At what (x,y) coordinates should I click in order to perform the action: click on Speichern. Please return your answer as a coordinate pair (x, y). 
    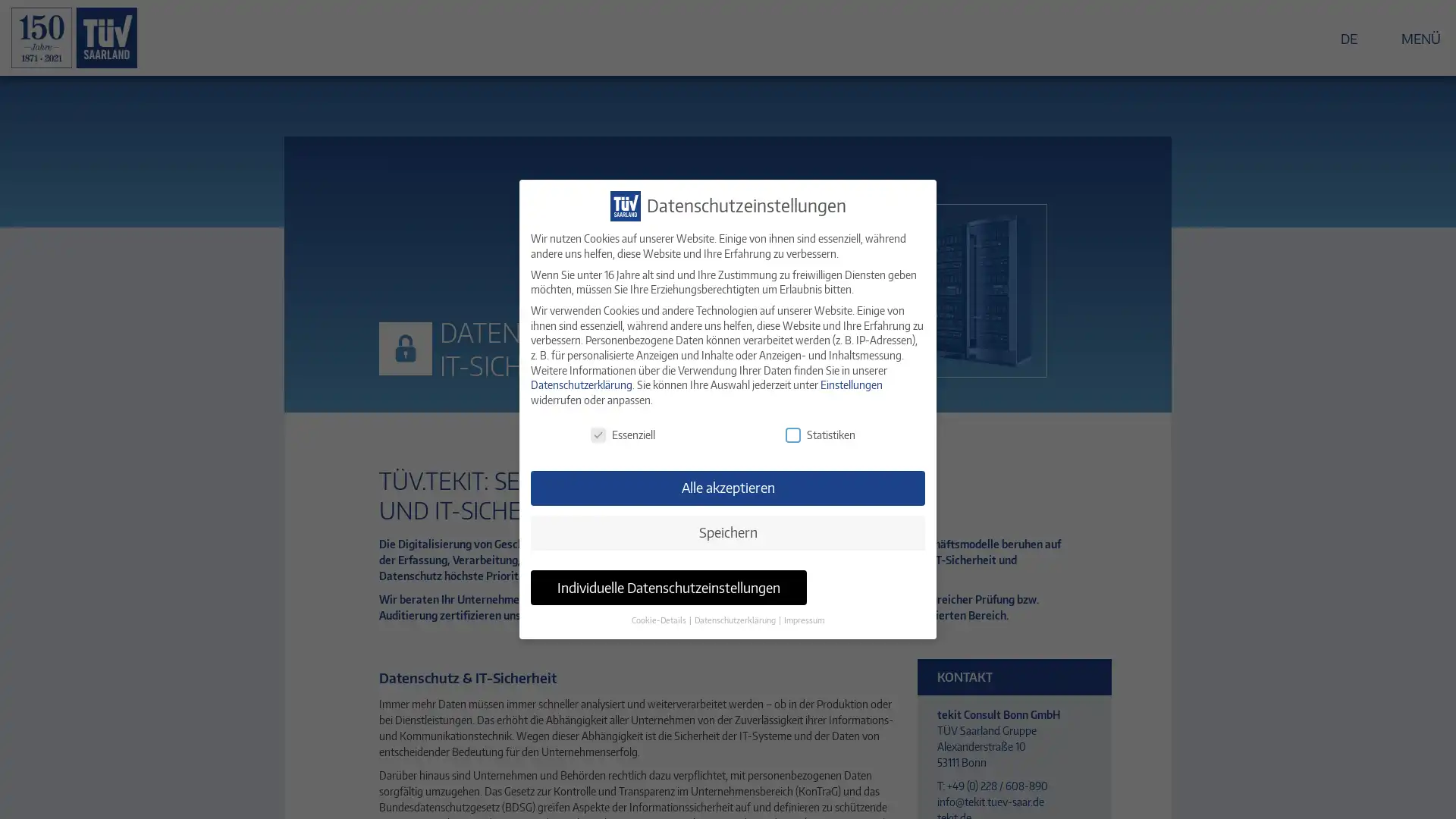
    Looking at the image, I should click on (728, 532).